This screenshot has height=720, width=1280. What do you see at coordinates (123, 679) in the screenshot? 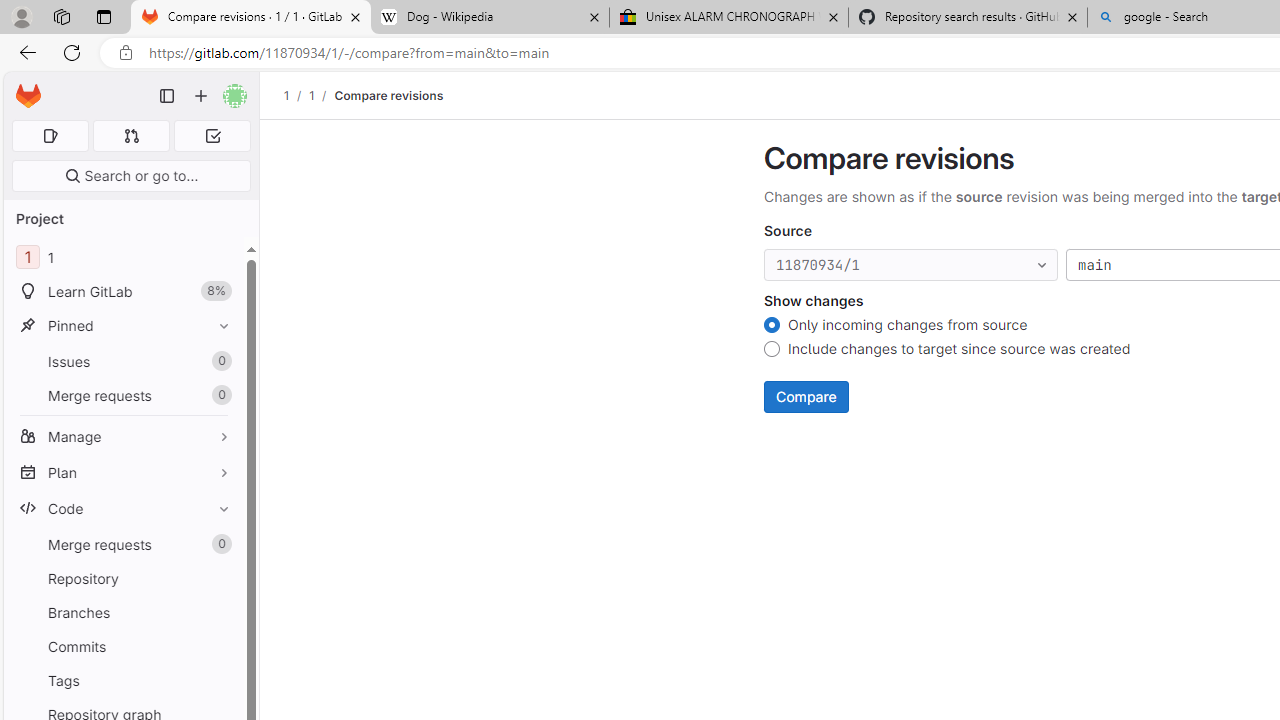
I see `'Tags'` at bounding box center [123, 679].